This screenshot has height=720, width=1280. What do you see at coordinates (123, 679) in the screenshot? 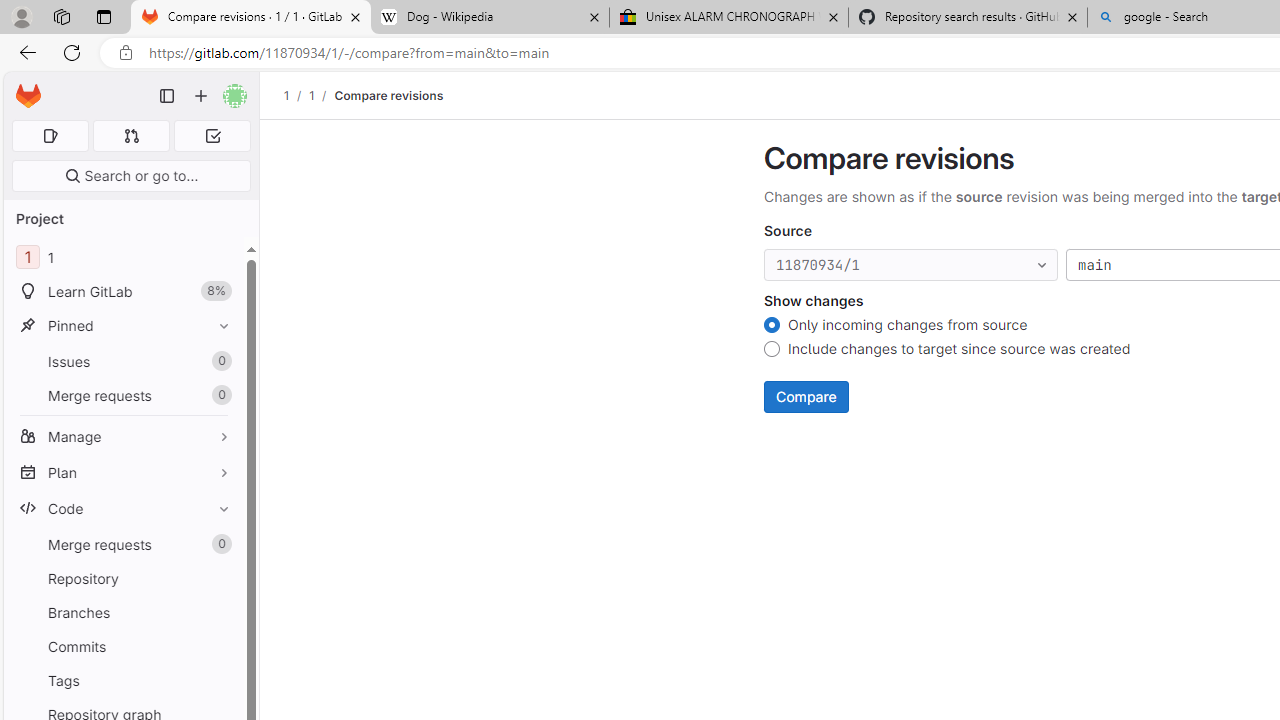
I see `'Tags'` at bounding box center [123, 679].